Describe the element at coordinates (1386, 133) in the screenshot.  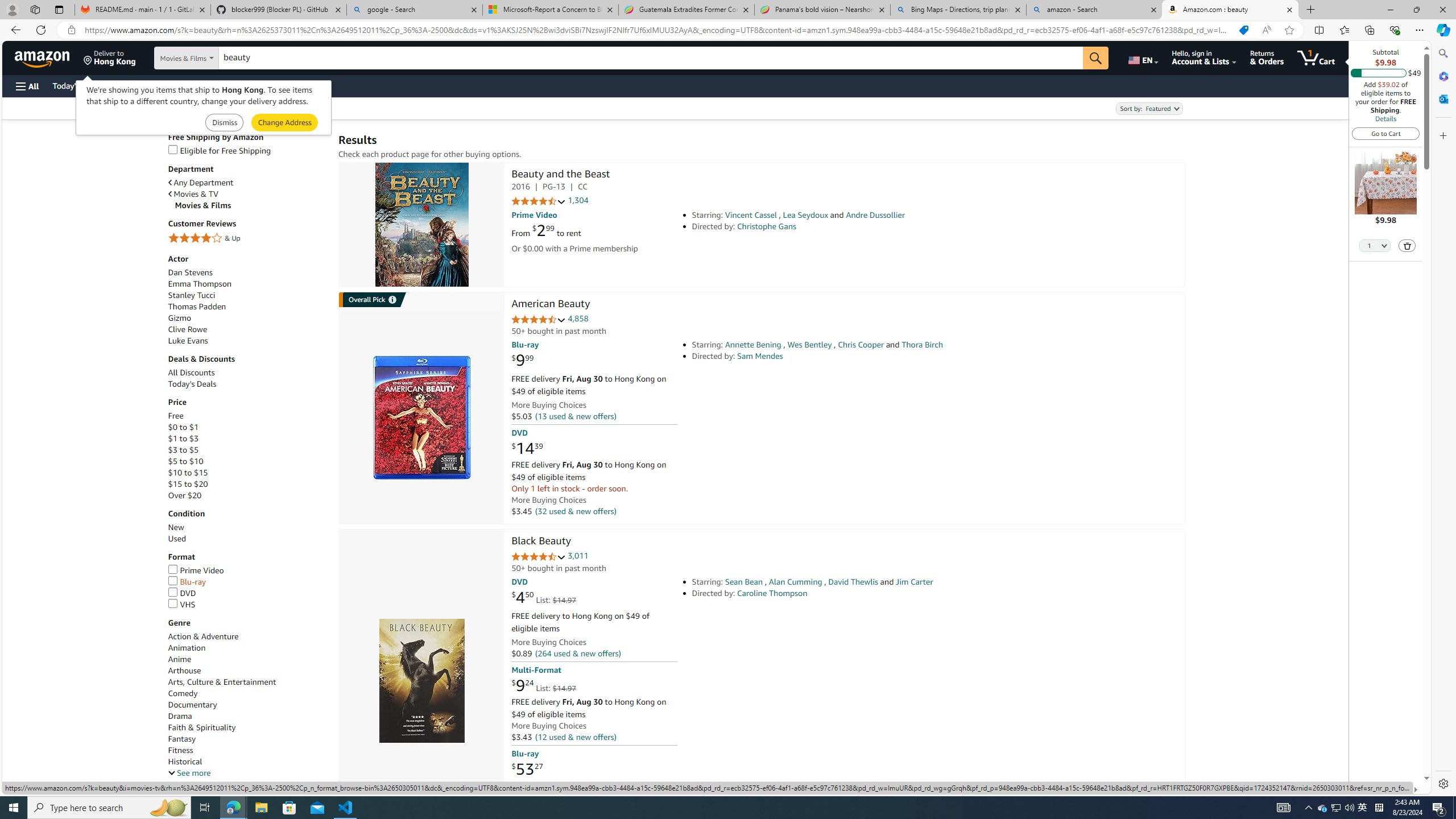
I see `'Go to Cart'` at that location.